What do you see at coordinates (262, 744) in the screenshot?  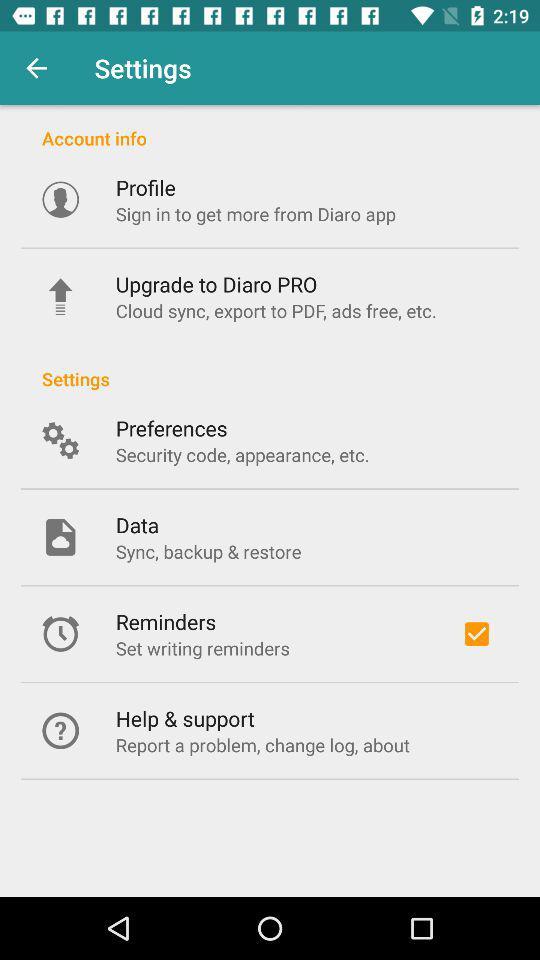 I see `the icon below help & support item` at bounding box center [262, 744].